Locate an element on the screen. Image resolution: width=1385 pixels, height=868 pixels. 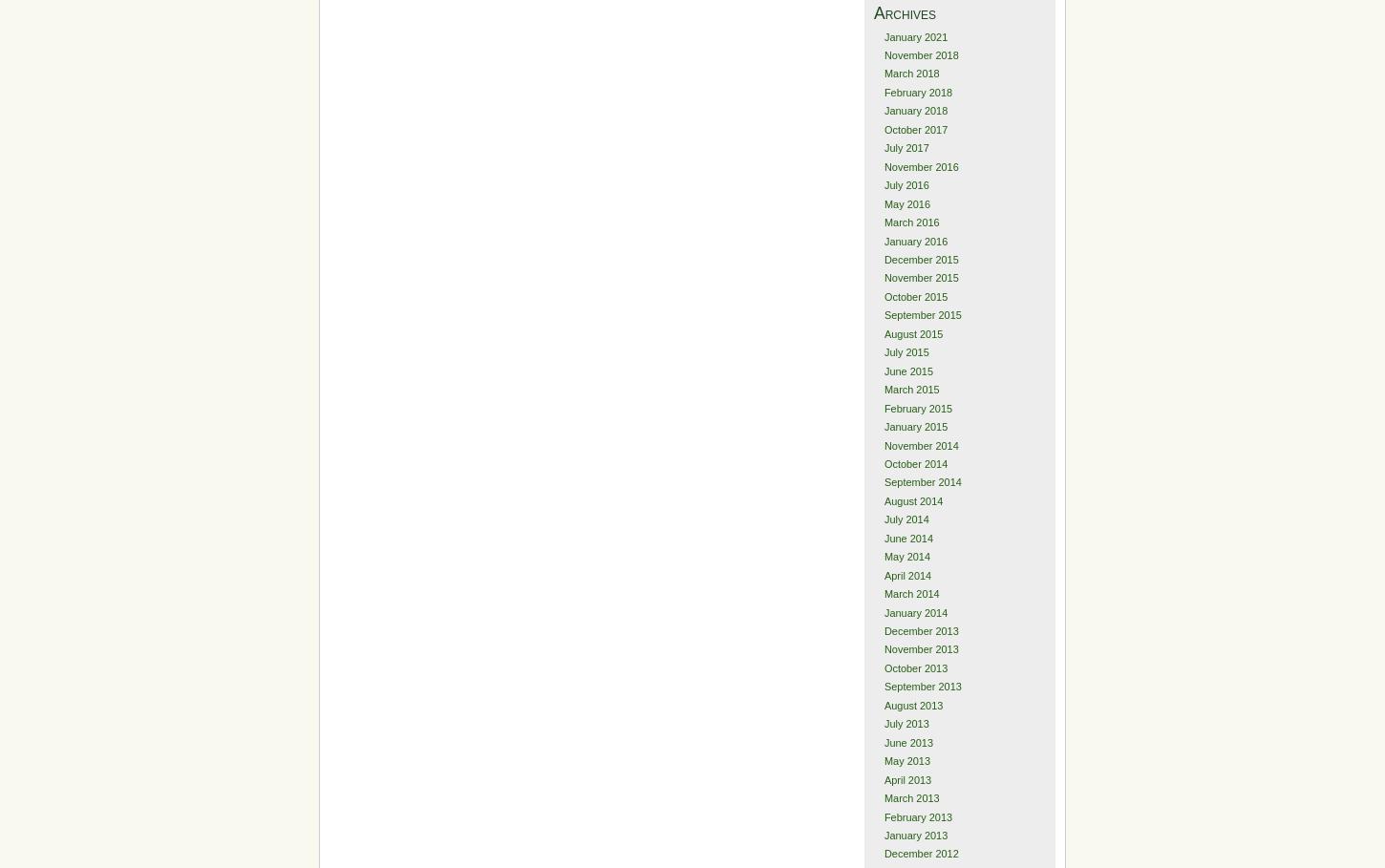
'March 2015' is located at coordinates (909, 389).